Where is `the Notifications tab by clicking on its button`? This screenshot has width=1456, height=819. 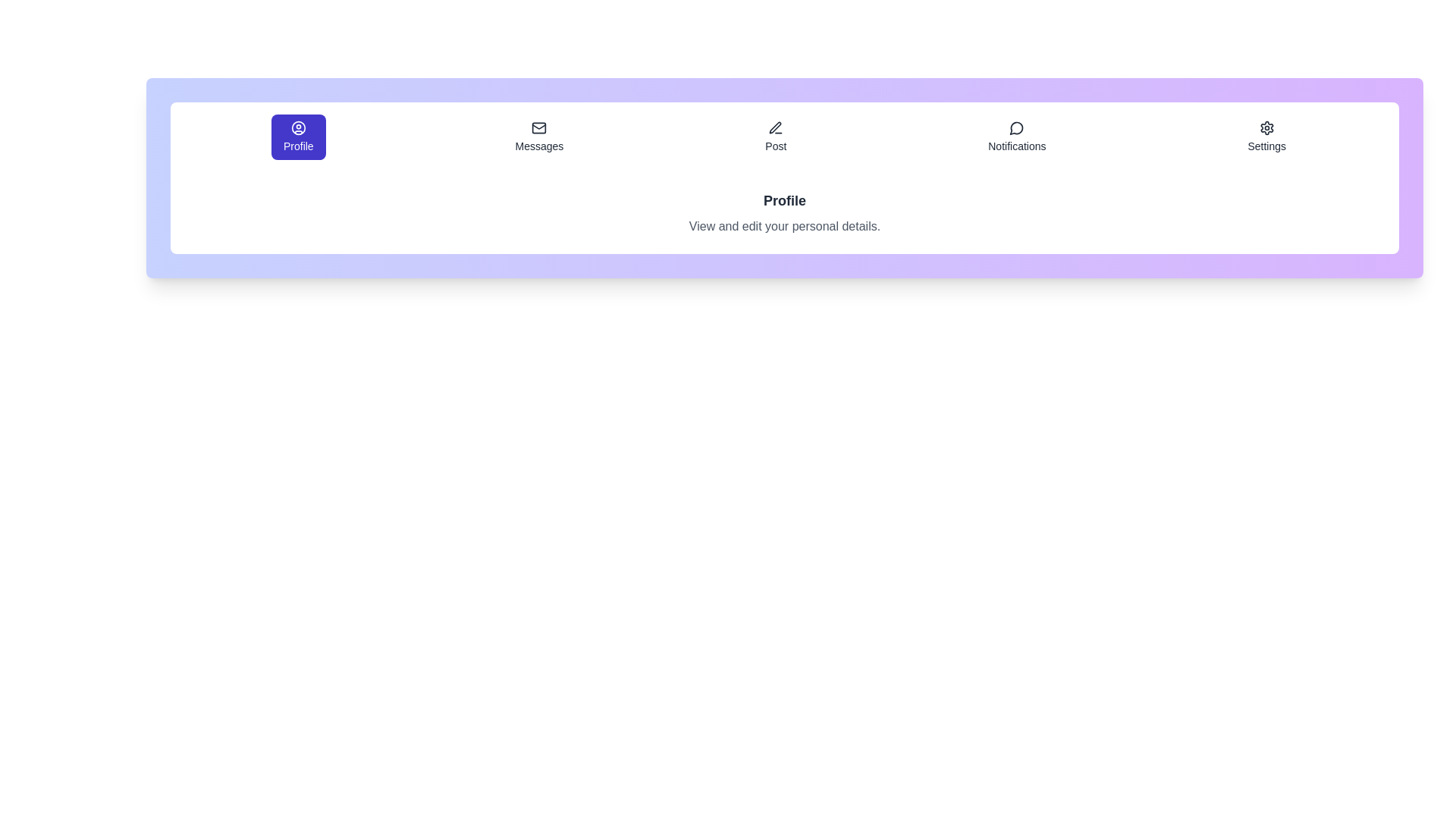 the Notifications tab by clicking on its button is located at coordinates (1017, 137).